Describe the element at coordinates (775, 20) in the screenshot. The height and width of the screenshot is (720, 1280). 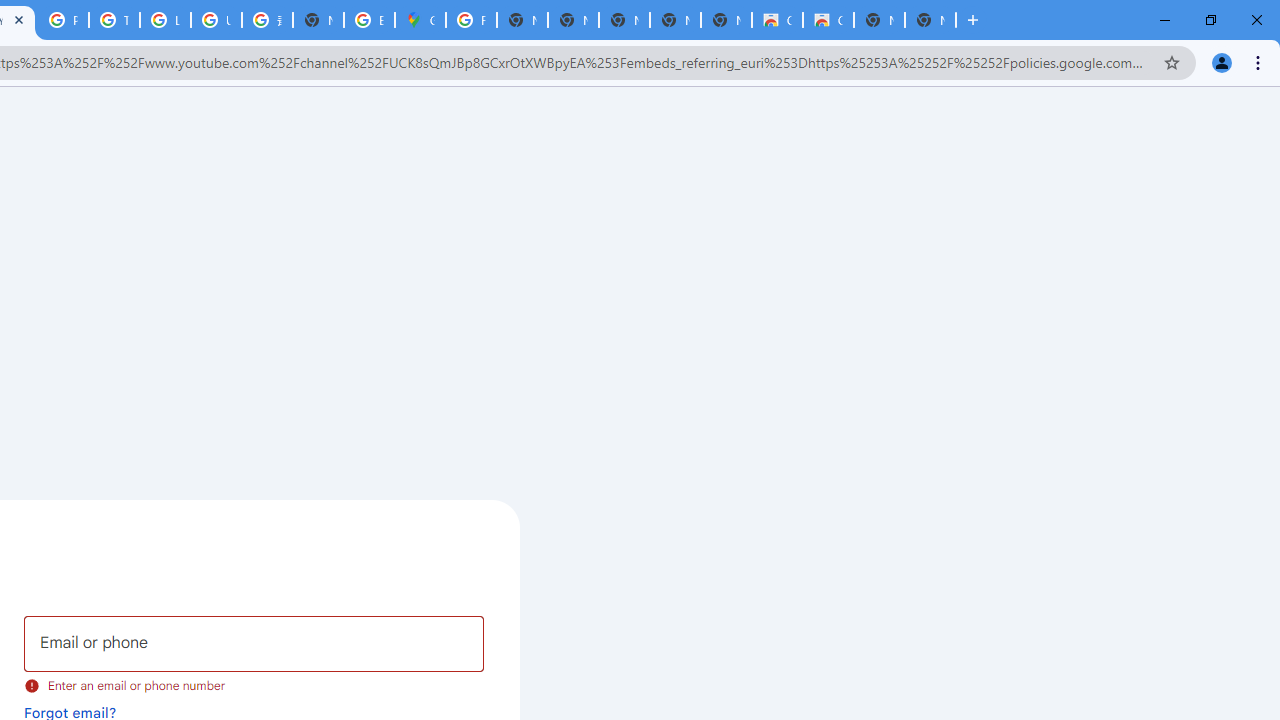
I see `'Classic Blue - Chrome Web Store'` at that location.